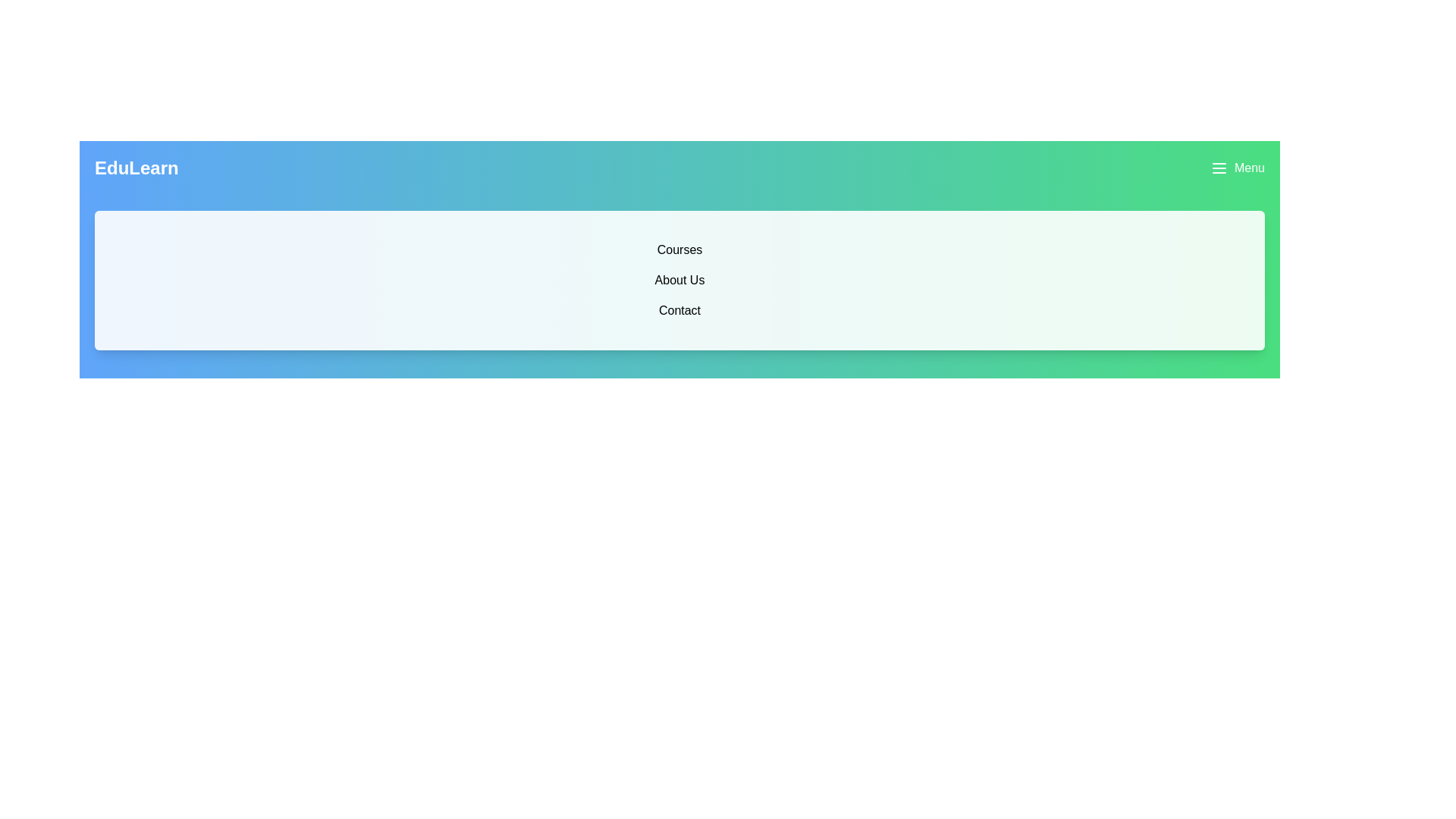  What do you see at coordinates (679, 281) in the screenshot?
I see `the 'About Us' static text label` at bounding box center [679, 281].